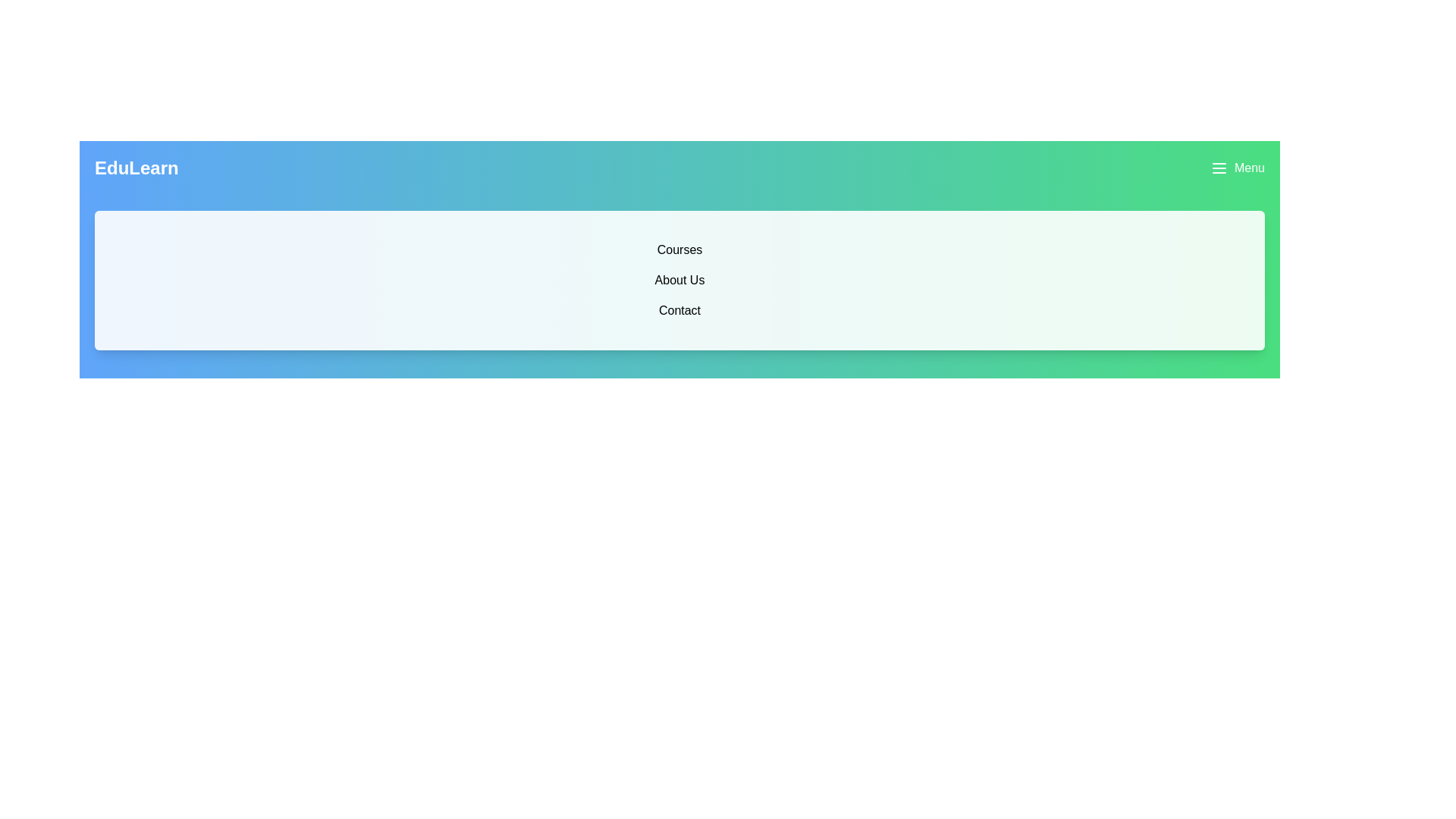  What do you see at coordinates (679, 281) in the screenshot?
I see `the 'About Us' static text label` at bounding box center [679, 281].